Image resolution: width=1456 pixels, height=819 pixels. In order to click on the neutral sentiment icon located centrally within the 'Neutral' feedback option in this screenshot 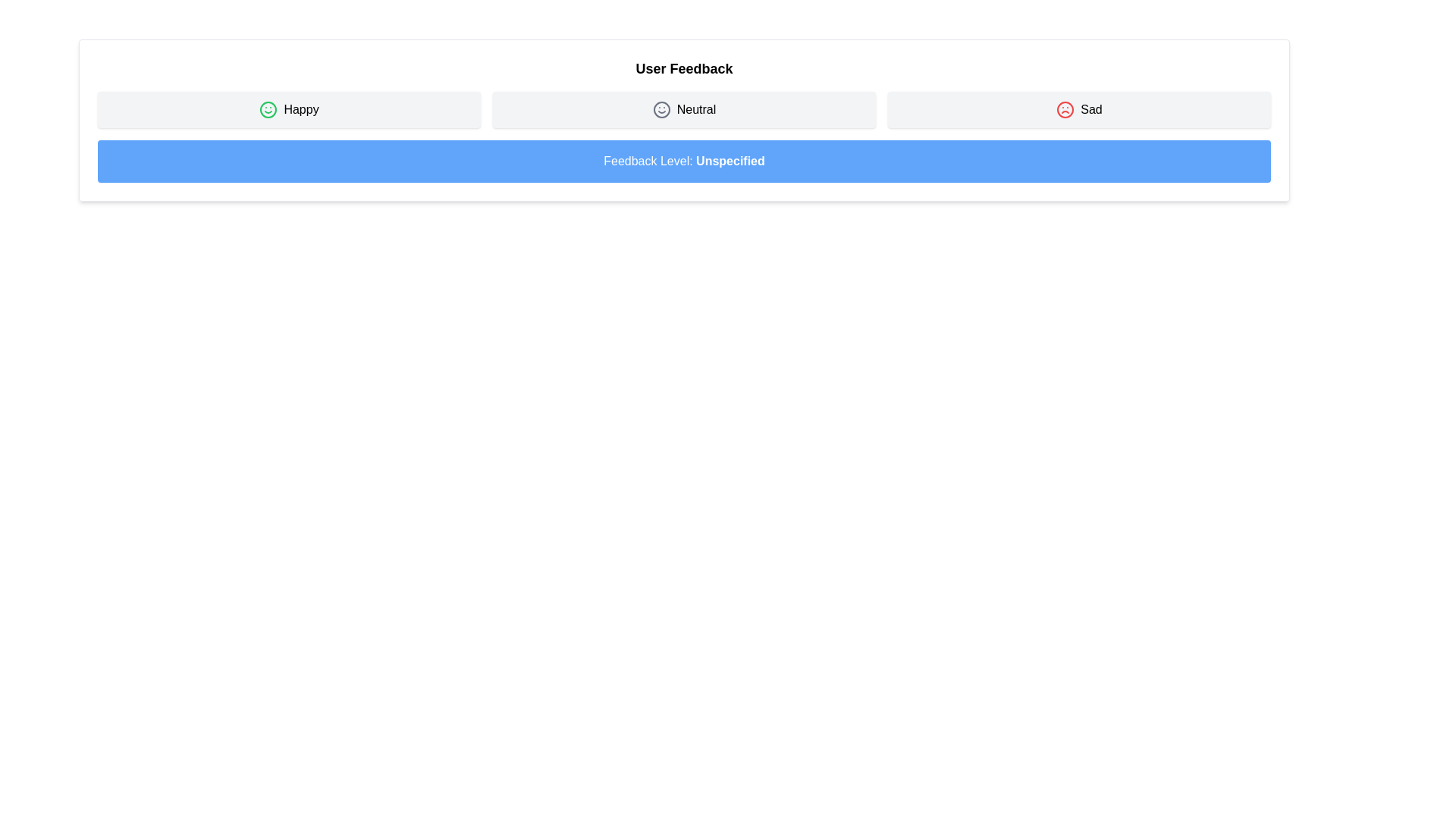, I will do `click(661, 109)`.